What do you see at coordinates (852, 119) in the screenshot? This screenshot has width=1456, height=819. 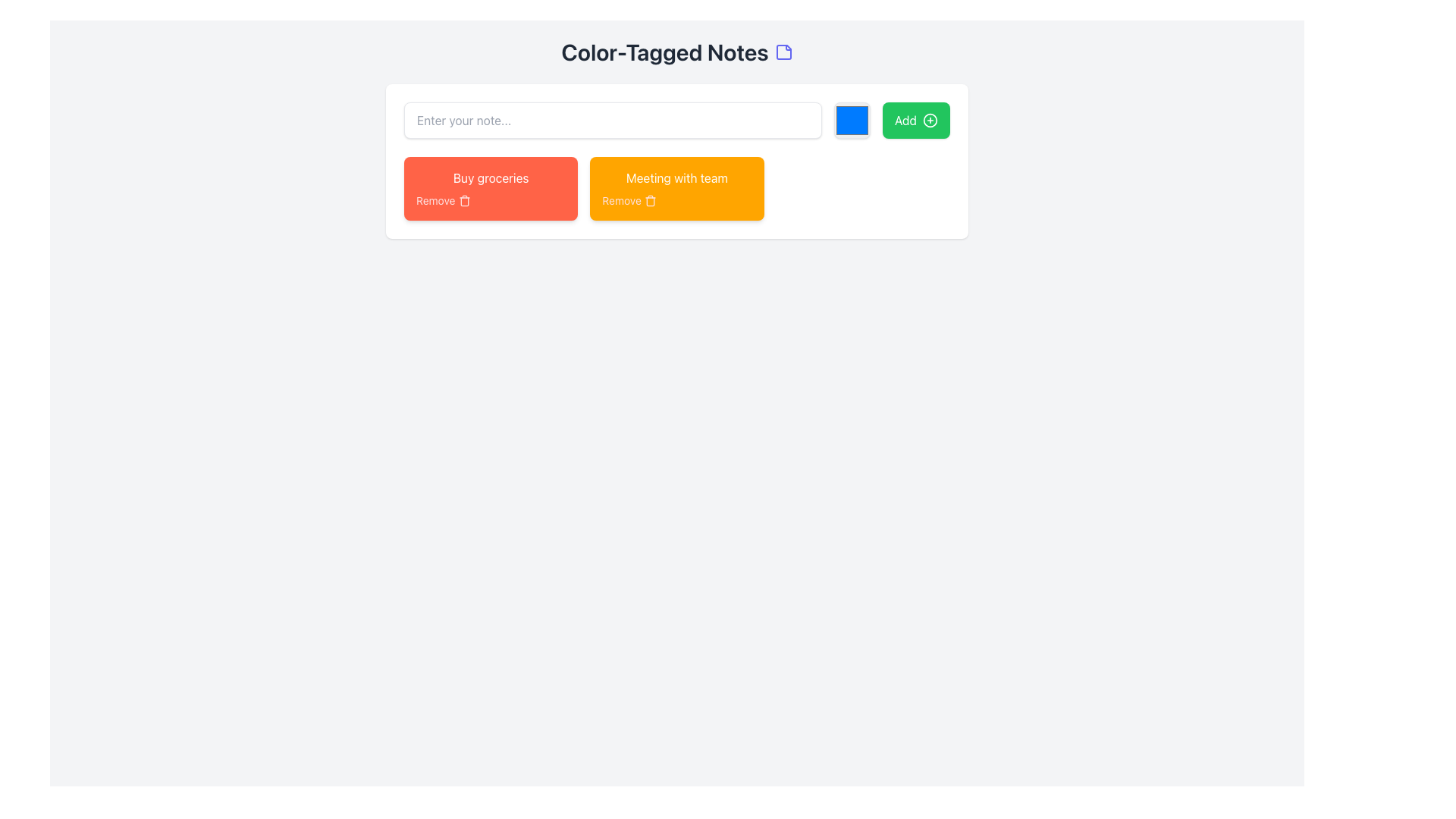 I see `the Color picker button, which is a blue 12x12 pixel box with rounded corners and a shadow effect` at bounding box center [852, 119].